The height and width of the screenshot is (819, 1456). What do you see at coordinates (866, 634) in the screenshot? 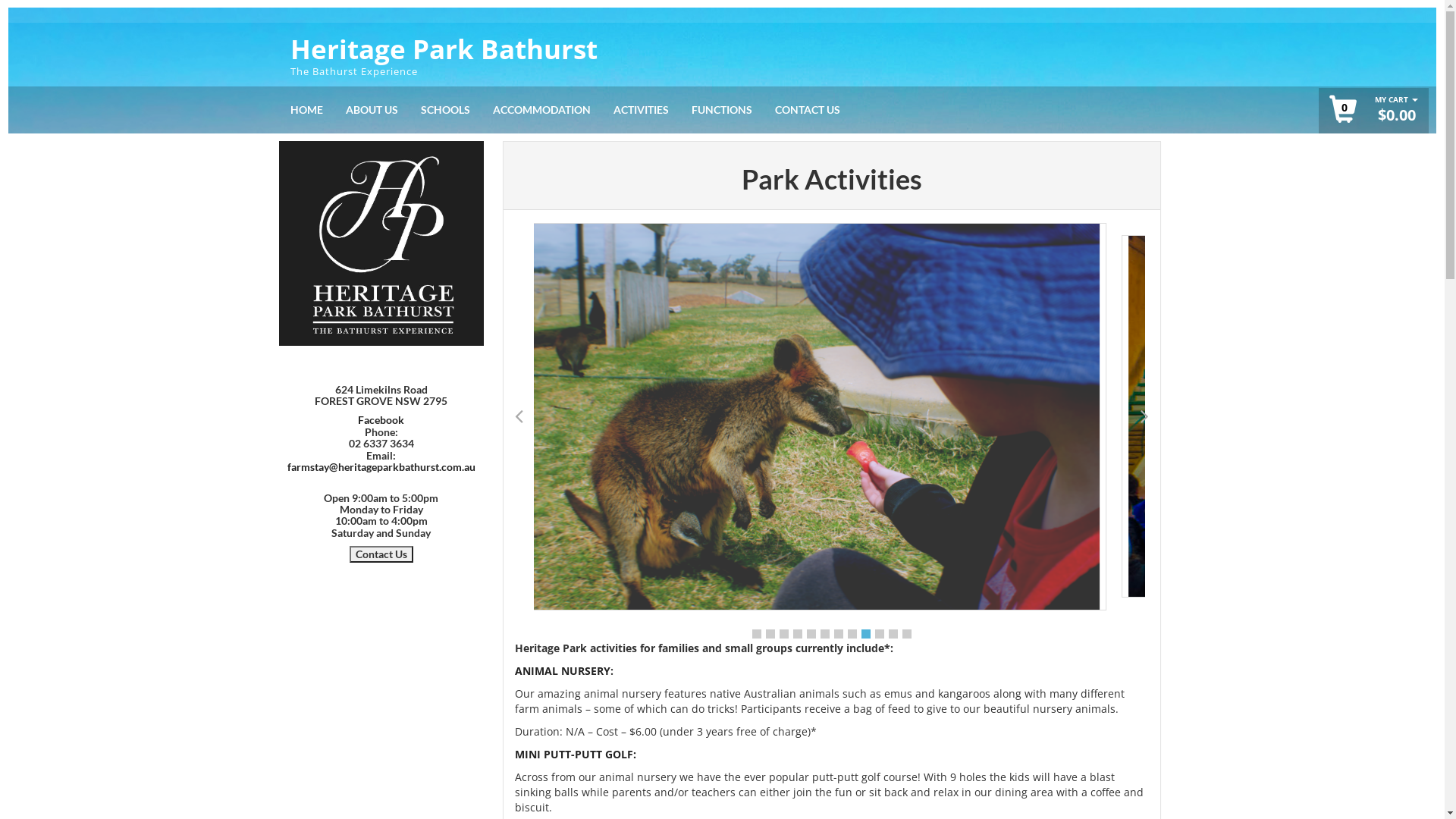
I see `'9'` at bounding box center [866, 634].